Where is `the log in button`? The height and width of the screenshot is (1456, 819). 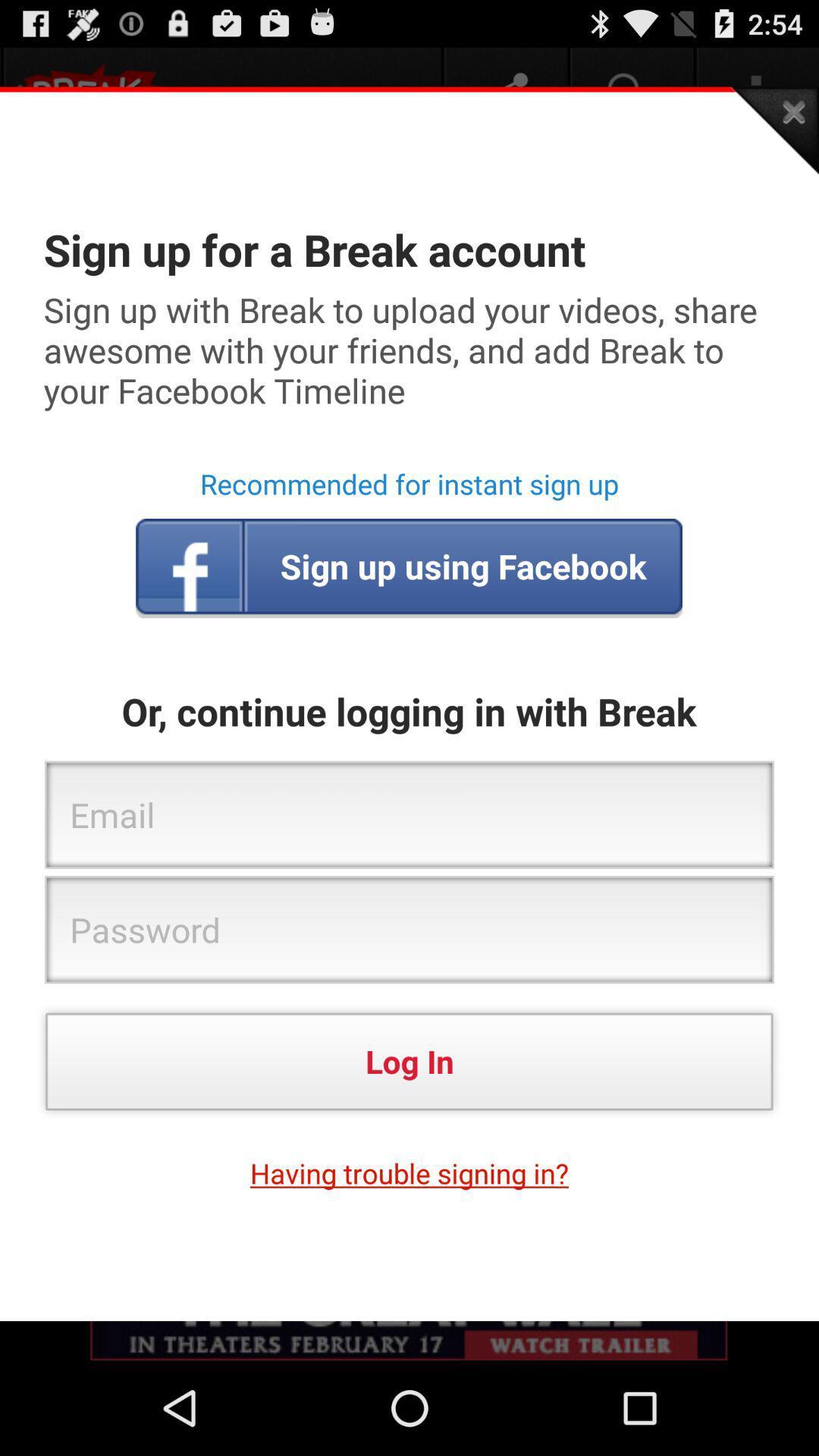
the log in button is located at coordinates (409, 1060).